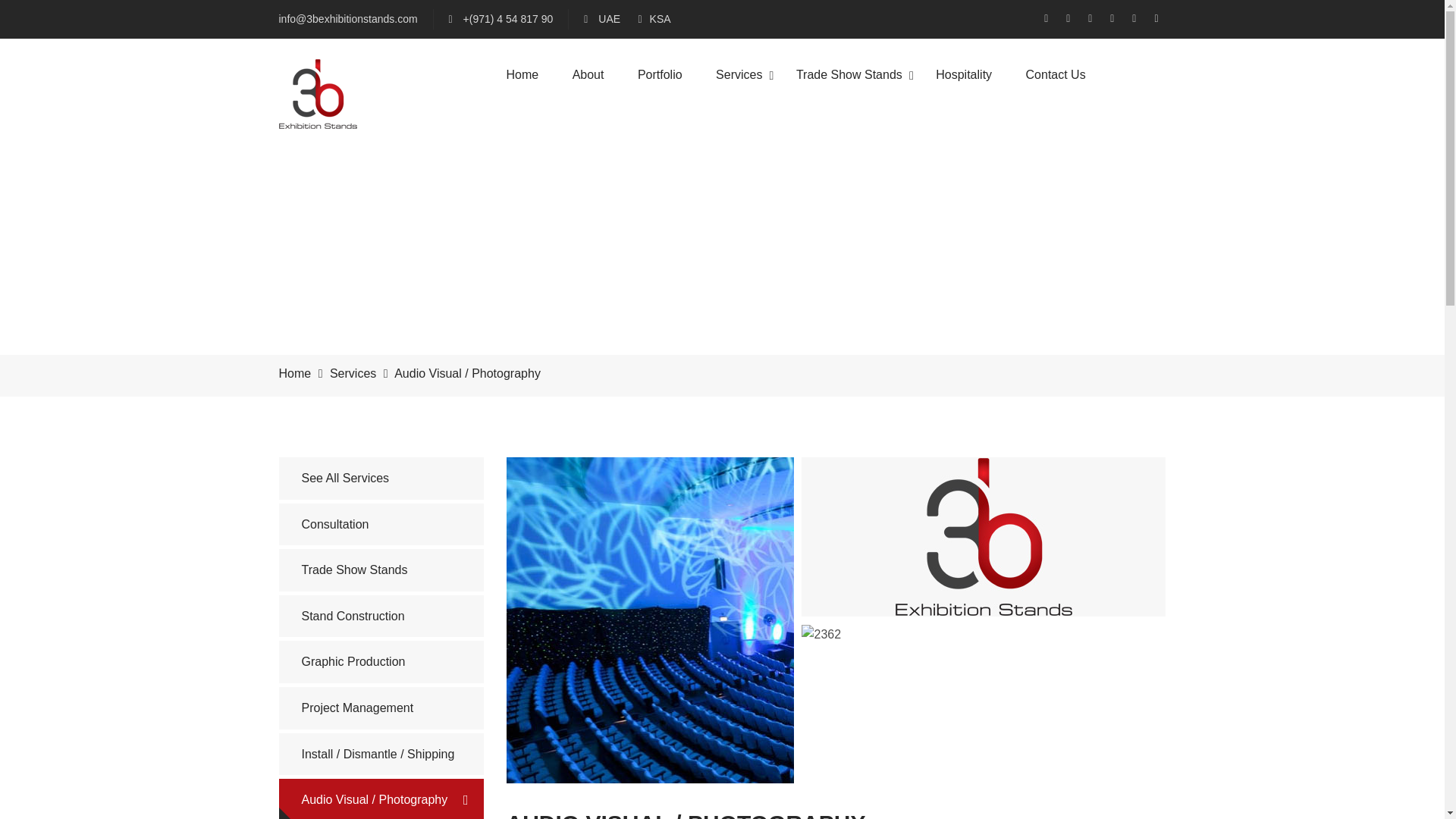 Image resolution: width=1456 pixels, height=819 pixels. I want to click on 'Contact Us', so click(1055, 74).